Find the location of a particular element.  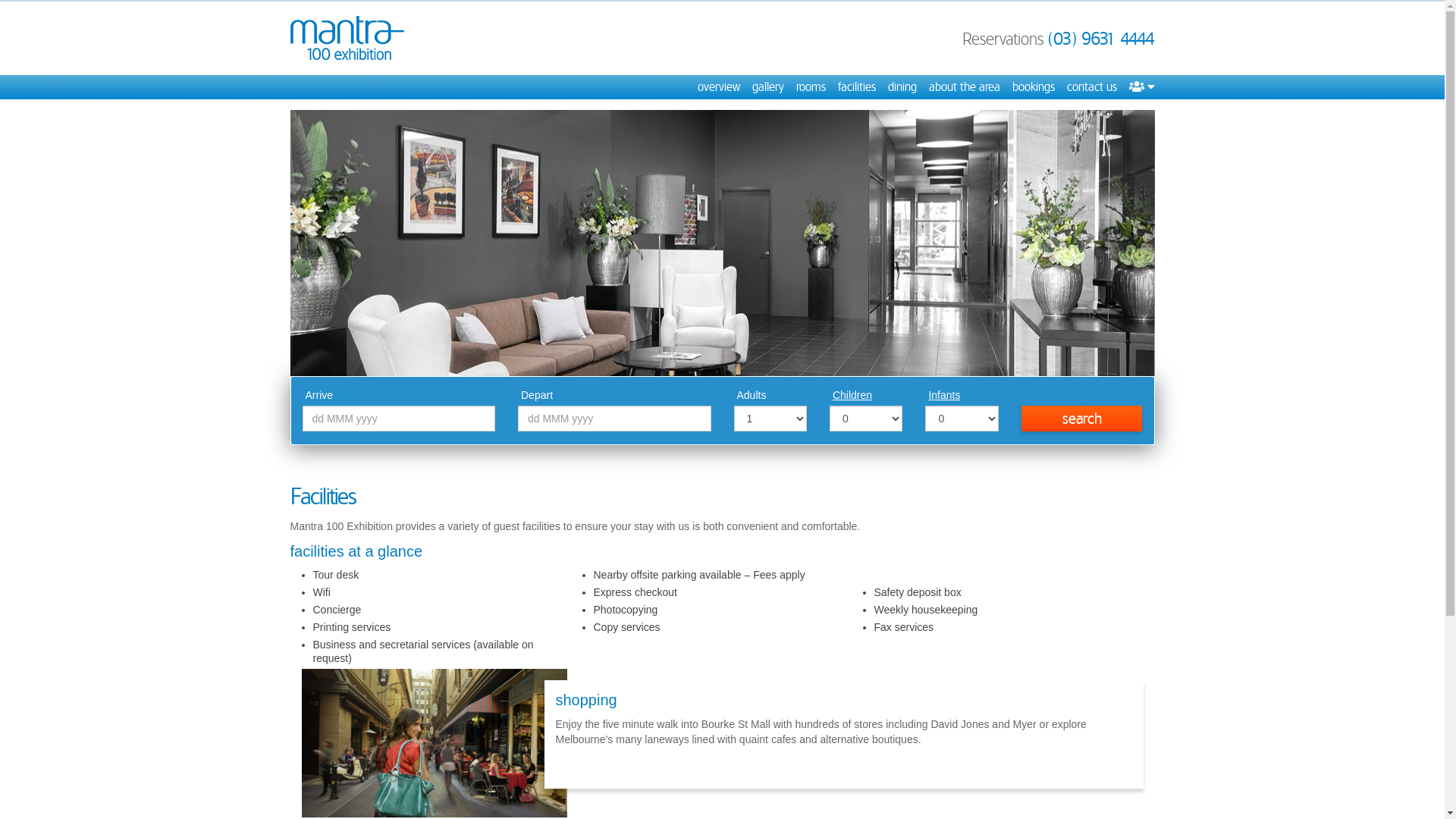

'facilities' is located at coordinates (855, 87).